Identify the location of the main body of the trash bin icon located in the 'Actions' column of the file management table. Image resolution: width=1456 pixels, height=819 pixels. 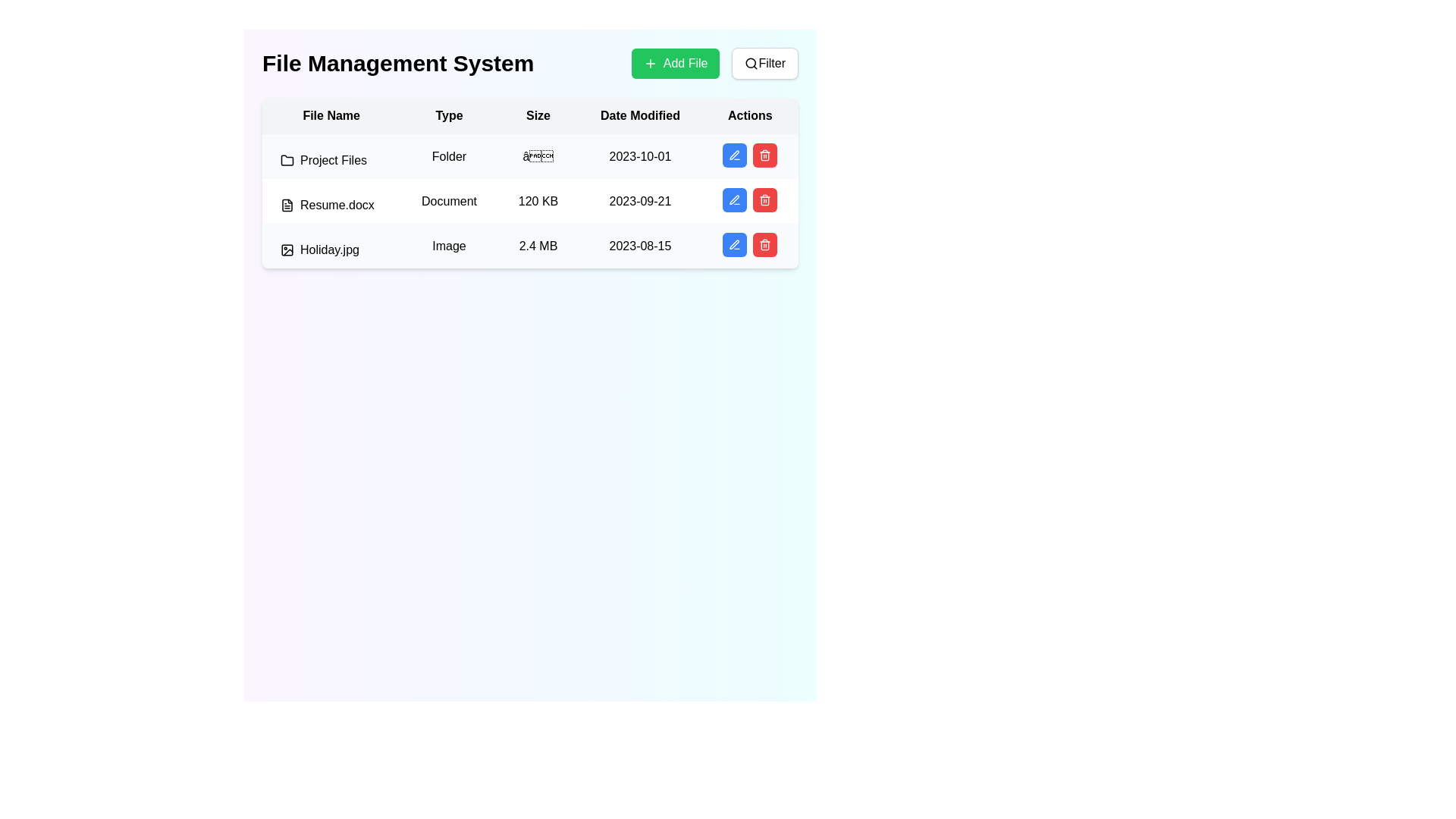
(765, 156).